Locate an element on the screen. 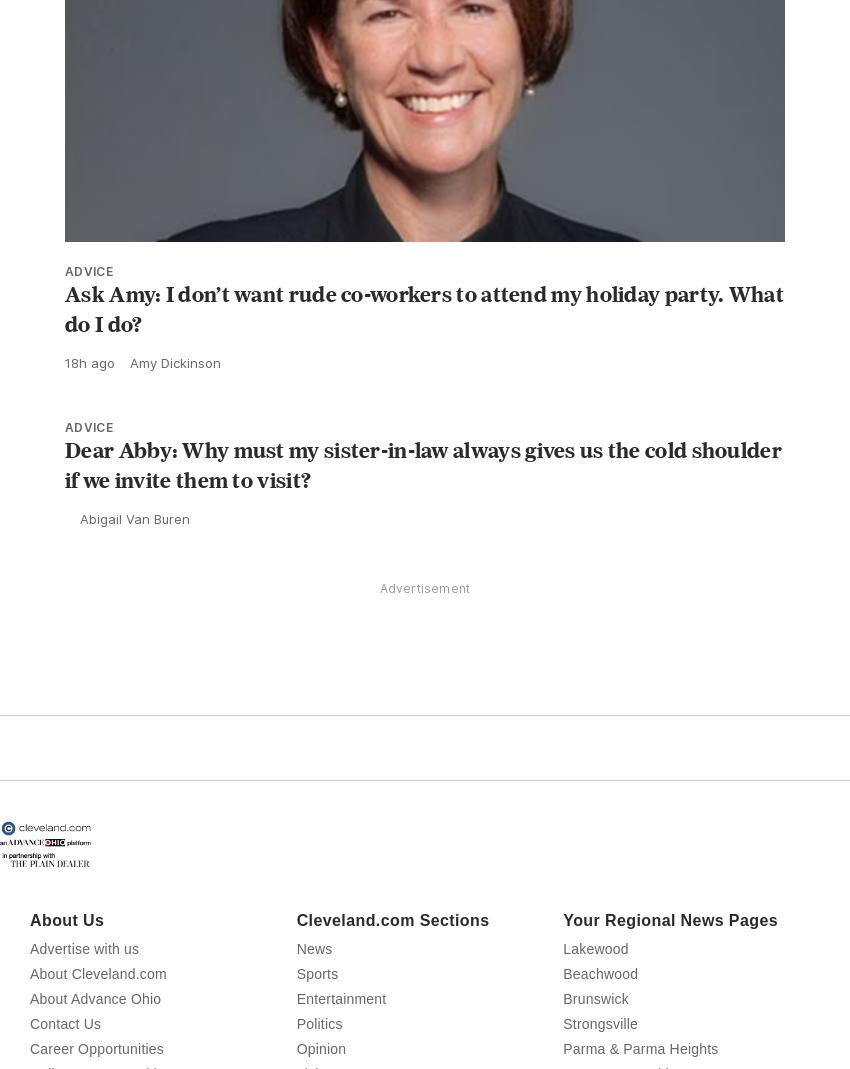 This screenshot has height=1069, width=850. 'Dear Abby: Why must my sister-in-law always gives us the cold shoulder if we invite them to visit?' is located at coordinates (423, 507).